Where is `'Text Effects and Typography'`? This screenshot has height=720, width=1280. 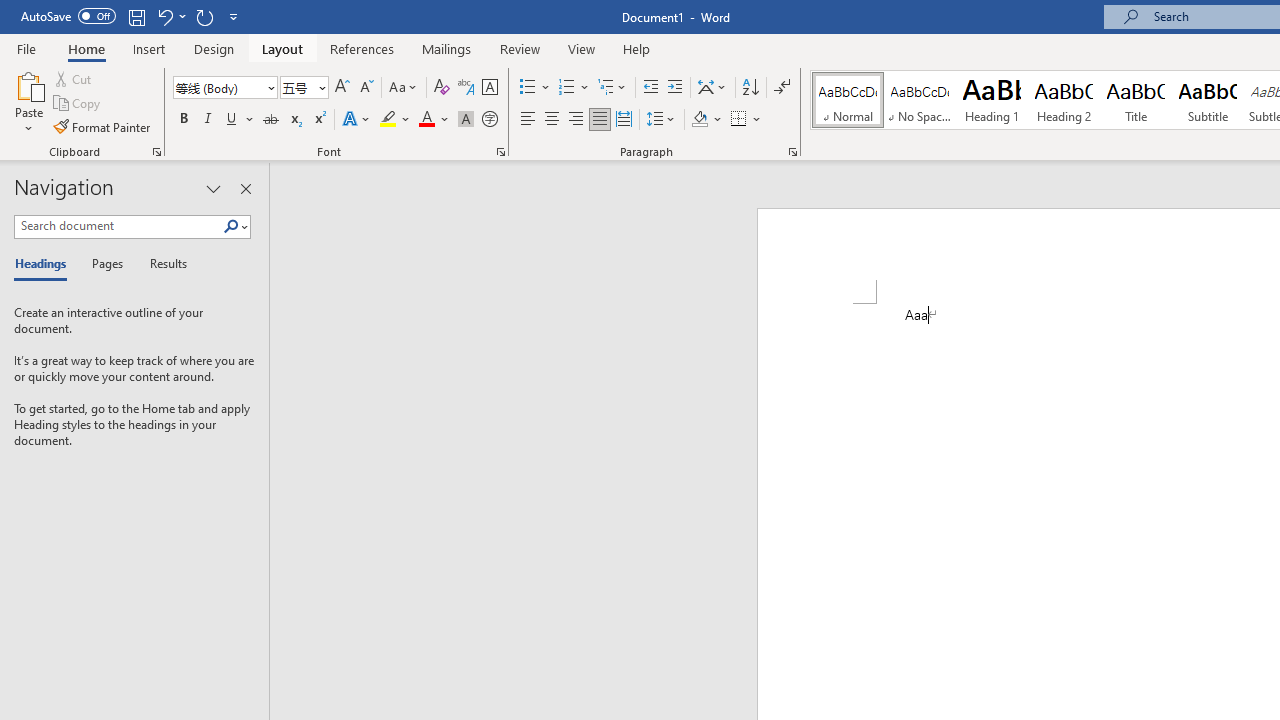
'Text Effects and Typography' is located at coordinates (357, 119).